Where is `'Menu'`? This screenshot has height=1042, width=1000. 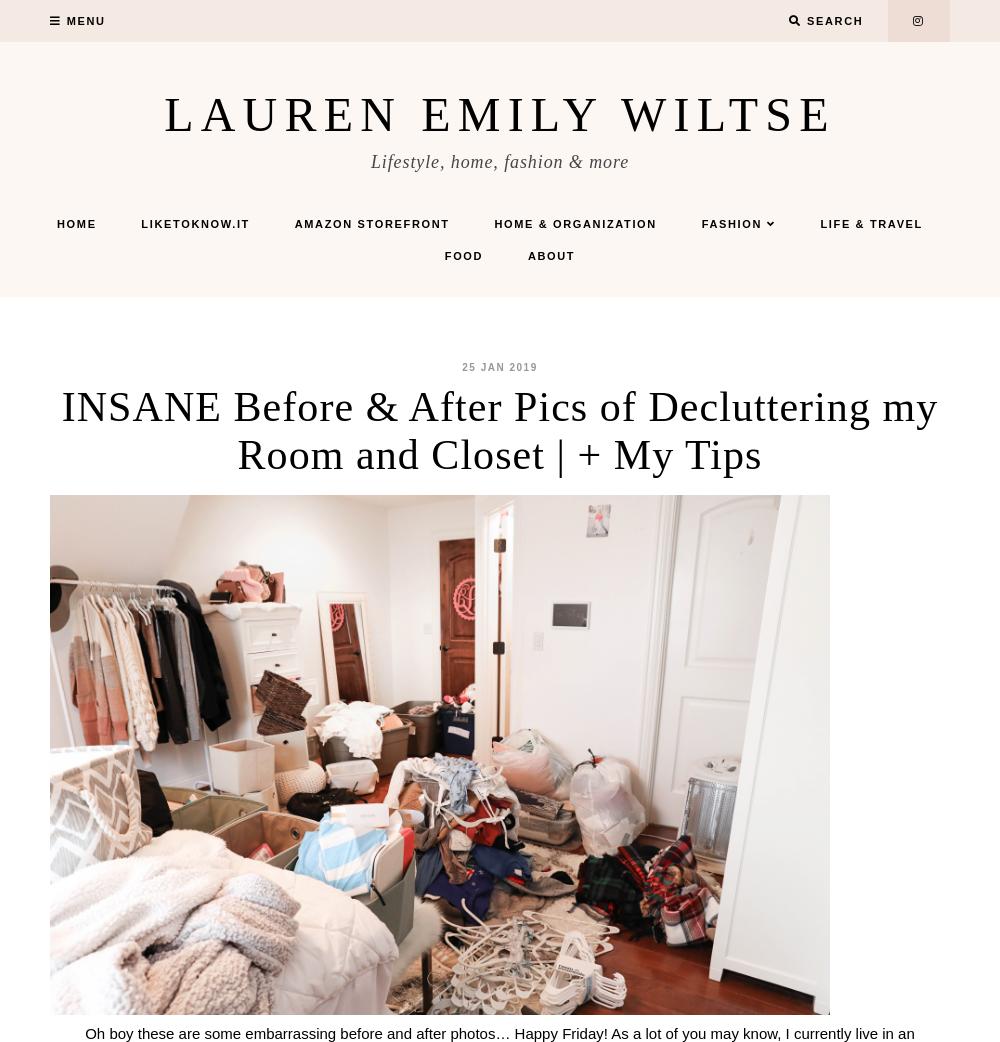
'Menu' is located at coordinates (84, 20).